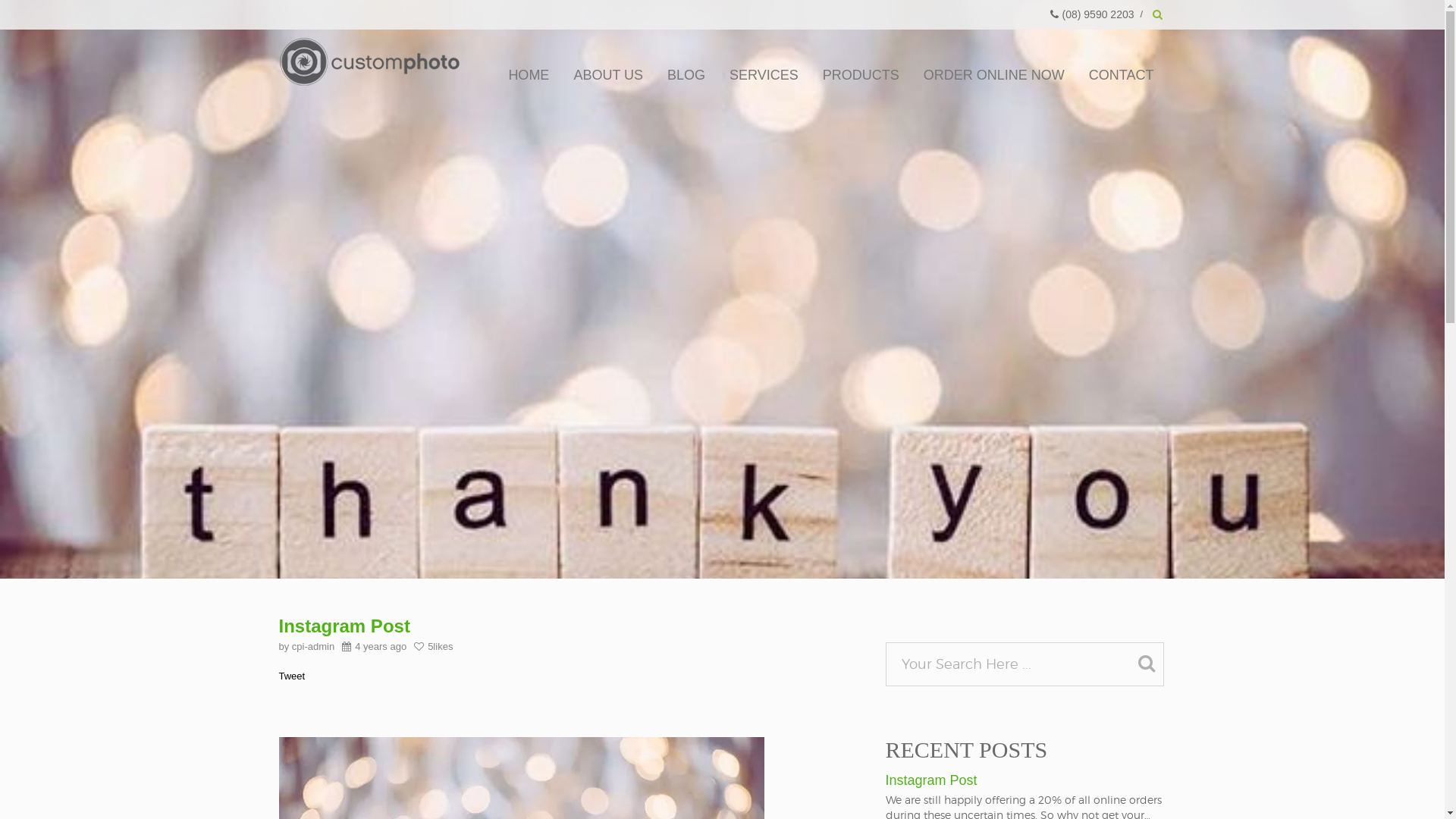 Image resolution: width=1456 pixels, height=819 pixels. What do you see at coordinates (764, 75) in the screenshot?
I see `'SERVICES'` at bounding box center [764, 75].